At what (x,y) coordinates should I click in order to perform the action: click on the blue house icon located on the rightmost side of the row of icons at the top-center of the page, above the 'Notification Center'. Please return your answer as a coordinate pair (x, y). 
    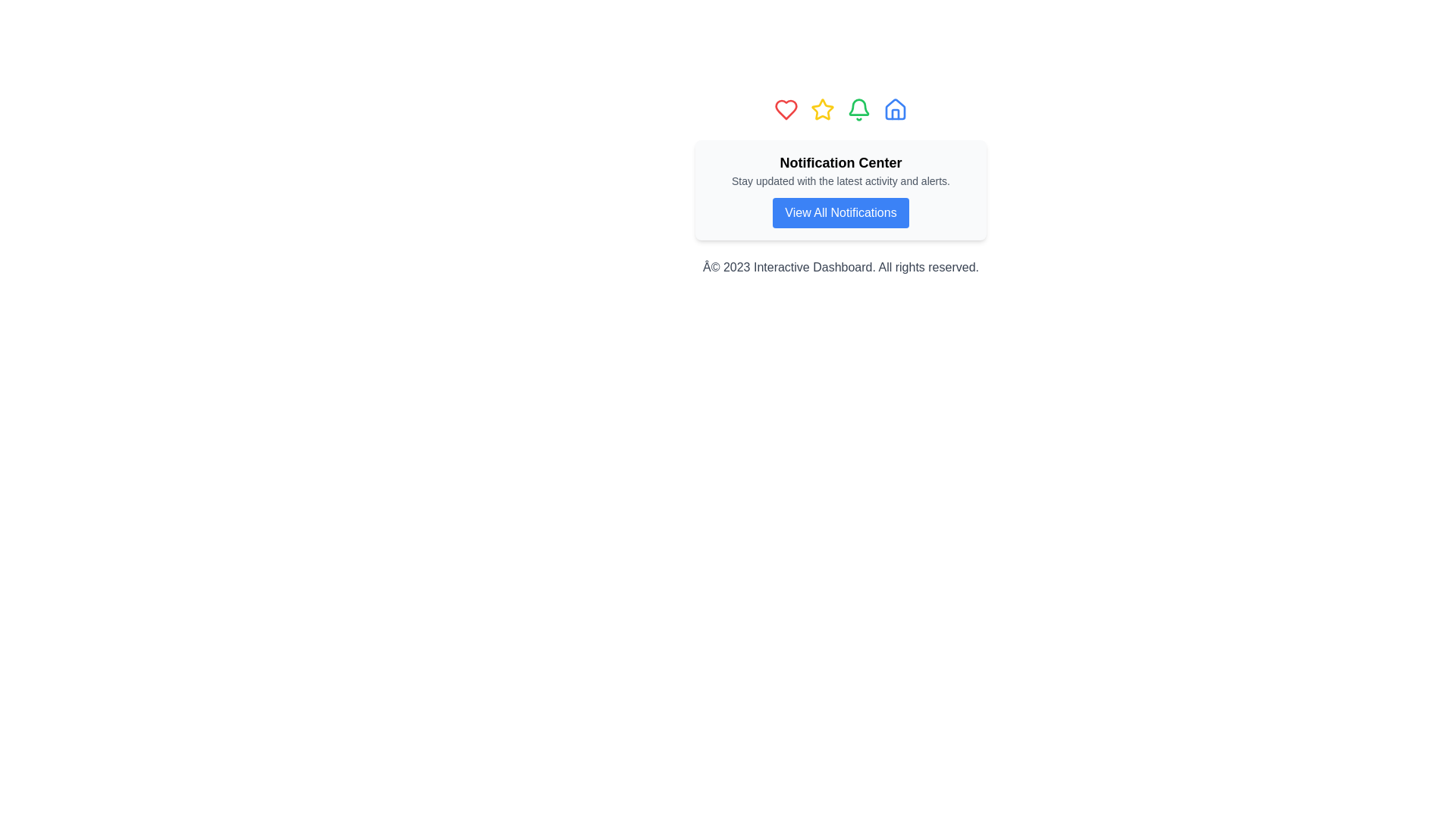
    Looking at the image, I should click on (895, 108).